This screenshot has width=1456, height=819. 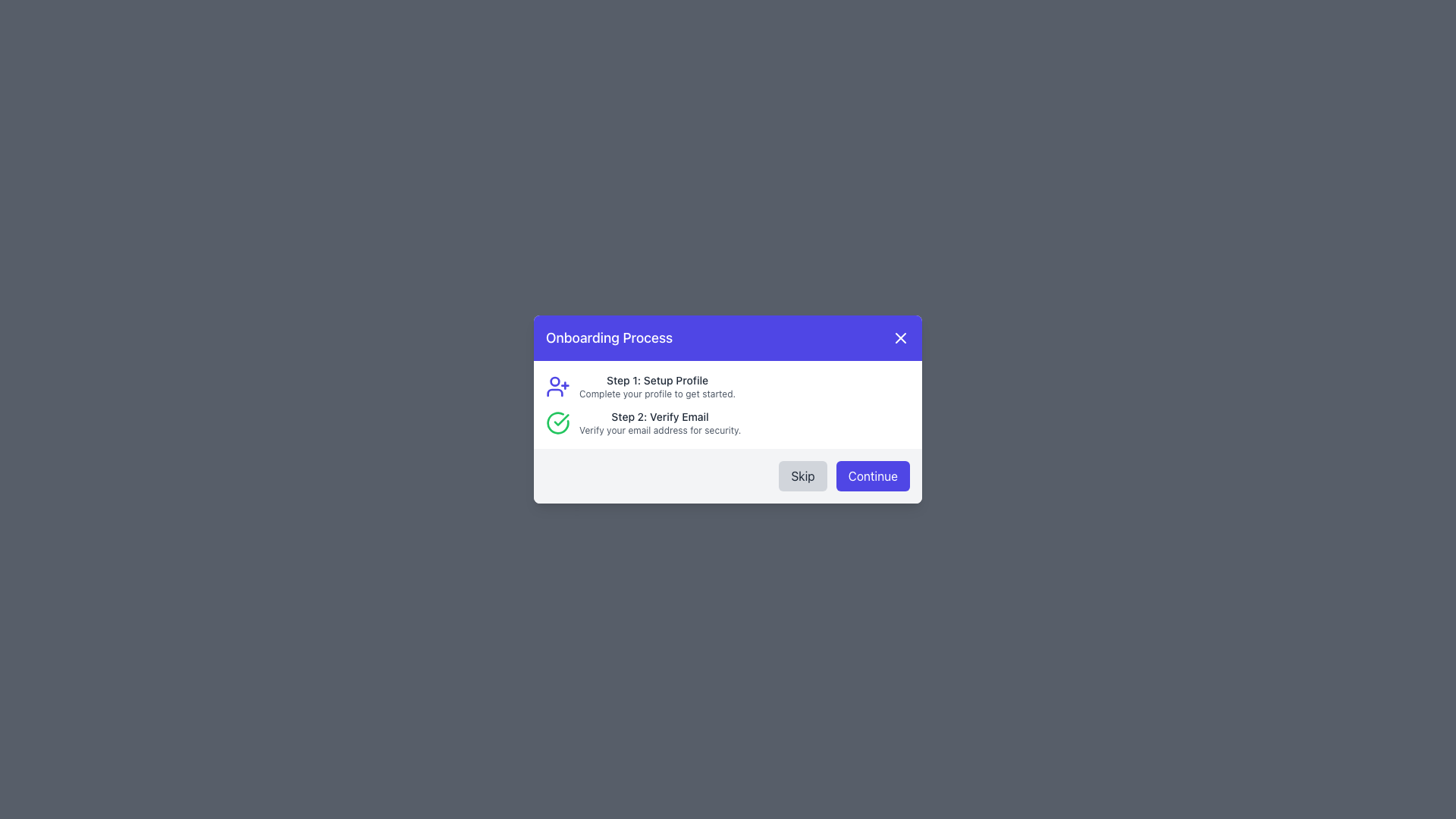 I want to click on the completion checkmark icon for step 2 in the onboarding process modal dialog, which is located to the left of the text 'Step 2: Verify Email', so click(x=557, y=423).